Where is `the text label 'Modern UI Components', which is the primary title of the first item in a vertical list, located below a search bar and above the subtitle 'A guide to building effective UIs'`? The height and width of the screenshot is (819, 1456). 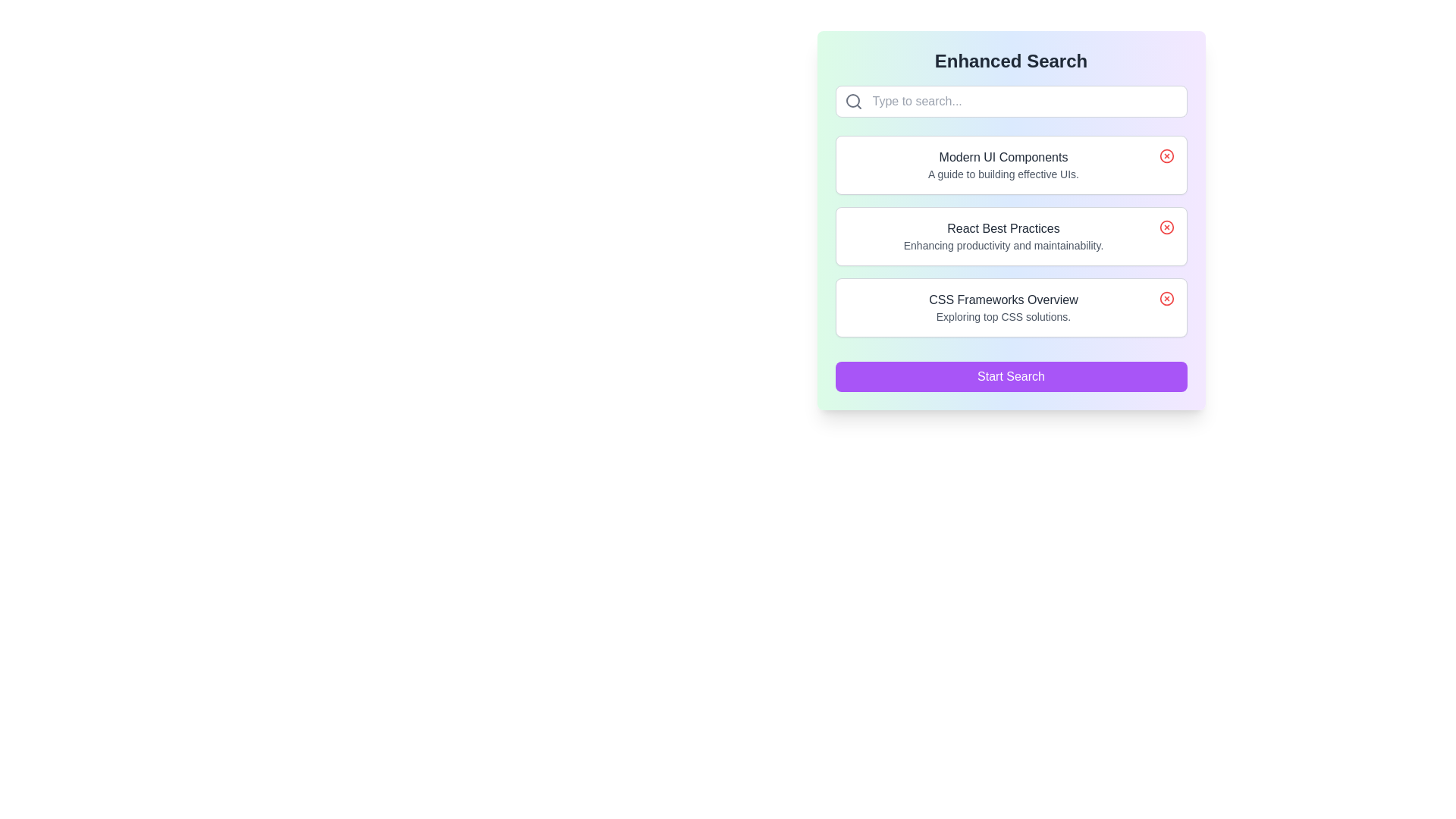
the text label 'Modern UI Components', which is the primary title of the first item in a vertical list, located below a search bar and above the subtitle 'A guide to building effective UIs' is located at coordinates (1003, 158).